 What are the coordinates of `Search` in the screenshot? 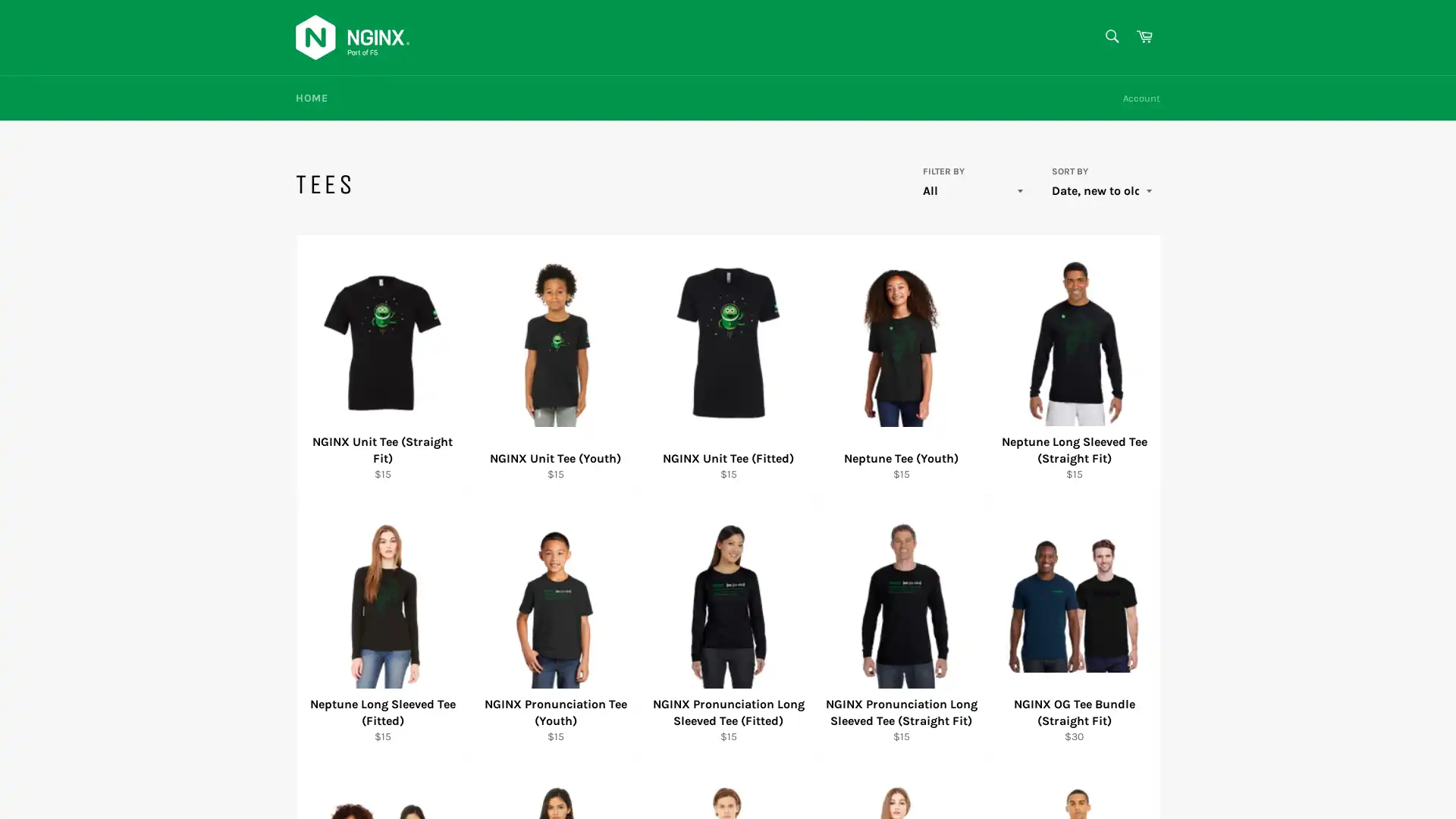 It's located at (1110, 35).